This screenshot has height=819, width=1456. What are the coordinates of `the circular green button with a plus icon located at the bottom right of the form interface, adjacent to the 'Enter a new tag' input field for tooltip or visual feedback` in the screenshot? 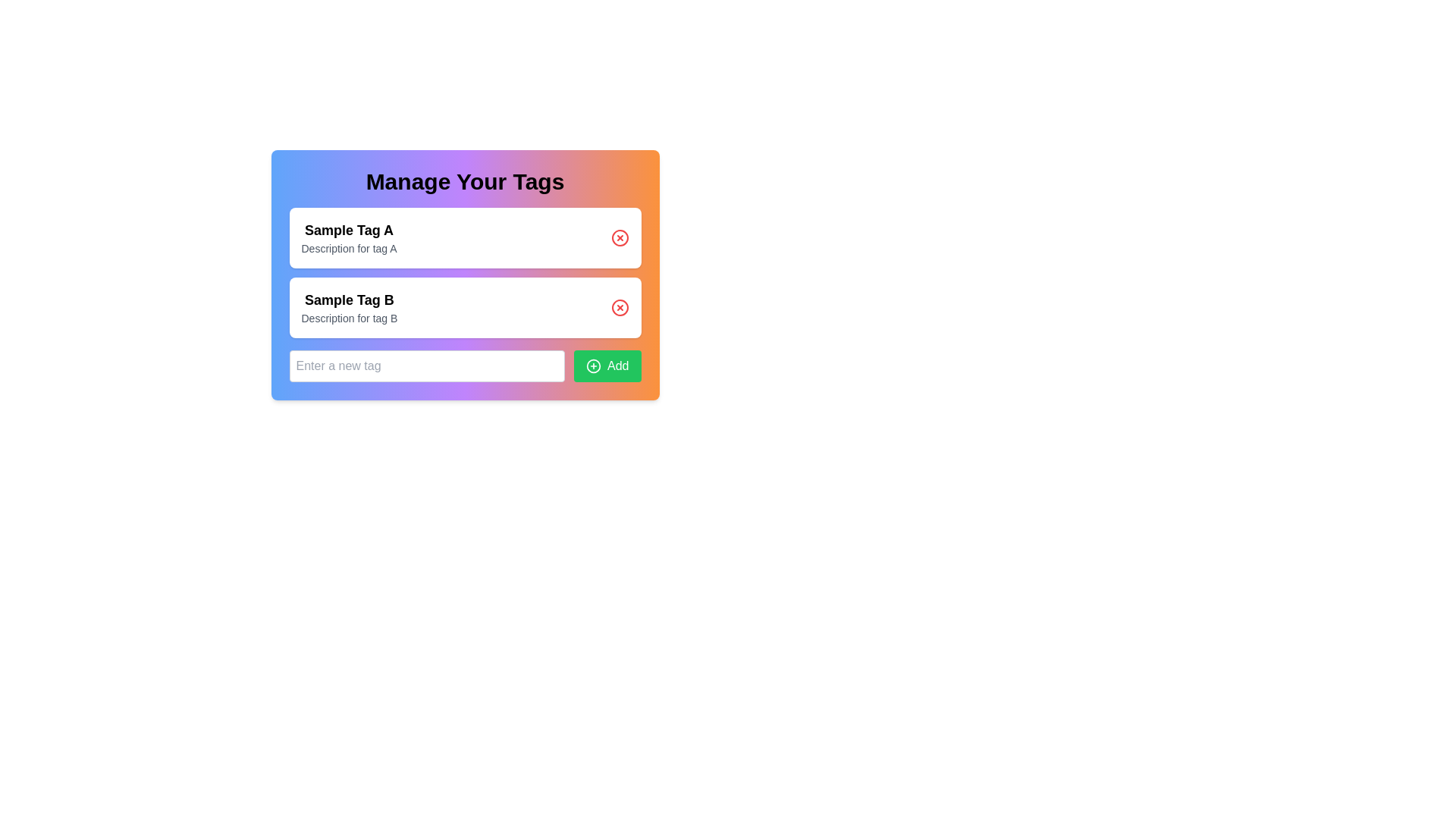 It's located at (592, 366).